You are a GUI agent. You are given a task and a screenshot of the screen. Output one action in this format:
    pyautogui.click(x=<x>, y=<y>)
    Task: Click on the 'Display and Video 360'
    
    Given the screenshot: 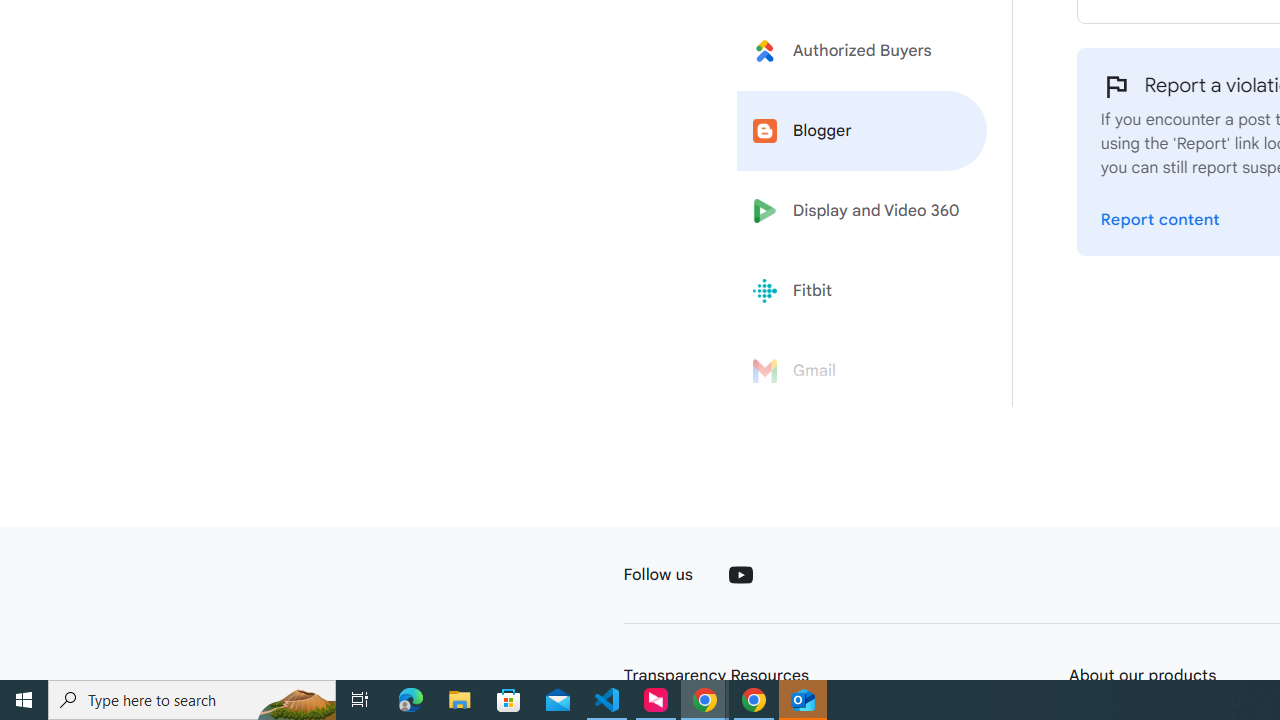 What is the action you would take?
    pyautogui.click(x=862, y=211)
    